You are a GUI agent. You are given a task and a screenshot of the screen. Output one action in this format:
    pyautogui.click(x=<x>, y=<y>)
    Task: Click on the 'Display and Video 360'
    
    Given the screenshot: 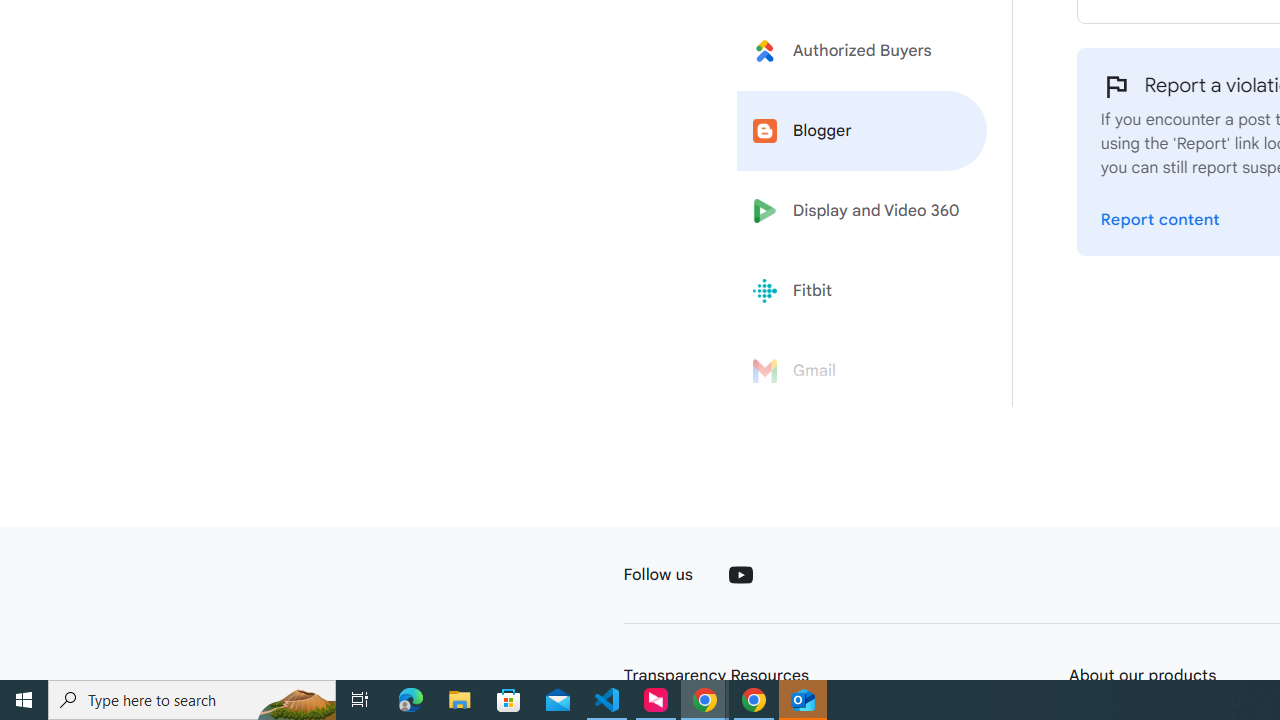 What is the action you would take?
    pyautogui.click(x=862, y=211)
    